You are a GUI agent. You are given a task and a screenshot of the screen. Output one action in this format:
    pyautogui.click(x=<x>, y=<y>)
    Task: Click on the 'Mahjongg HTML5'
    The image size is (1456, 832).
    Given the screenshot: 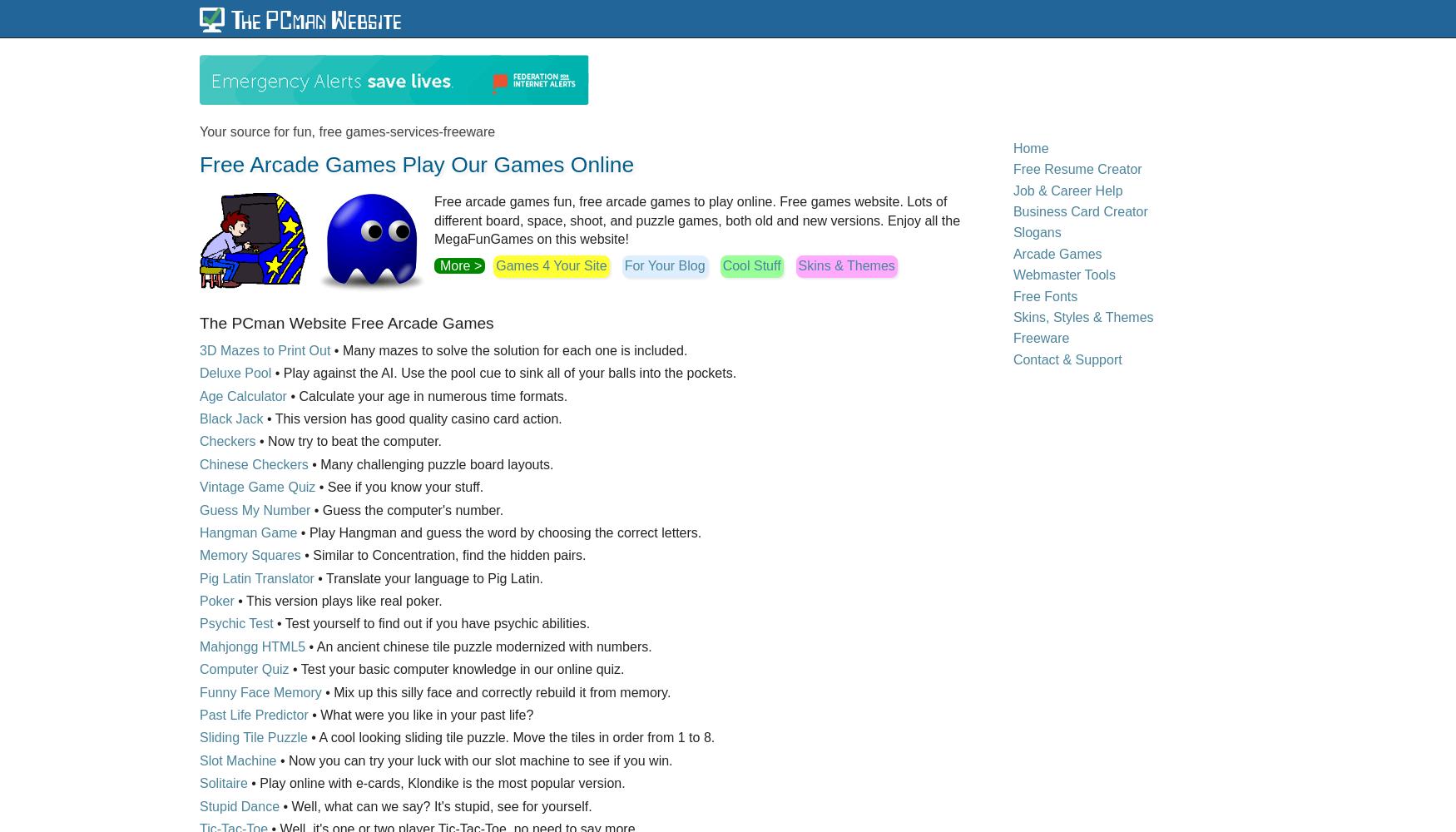 What is the action you would take?
    pyautogui.click(x=251, y=646)
    